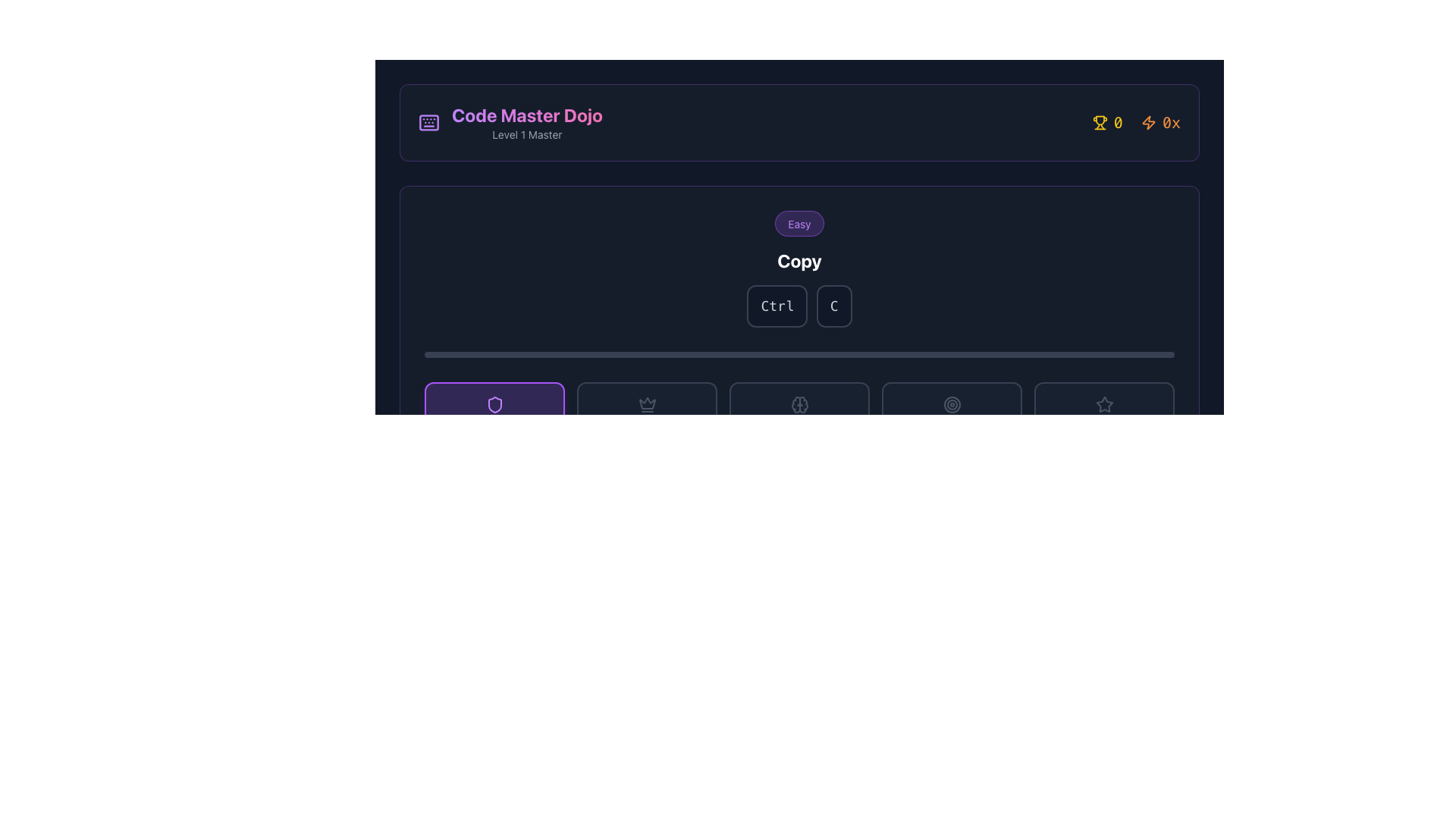 The height and width of the screenshot is (819, 1456). Describe the element at coordinates (799, 403) in the screenshot. I see `the fourth button or icon element in a row of five, which features a brain icon, located between a crown icon on the left and a target icon on the right` at that location.